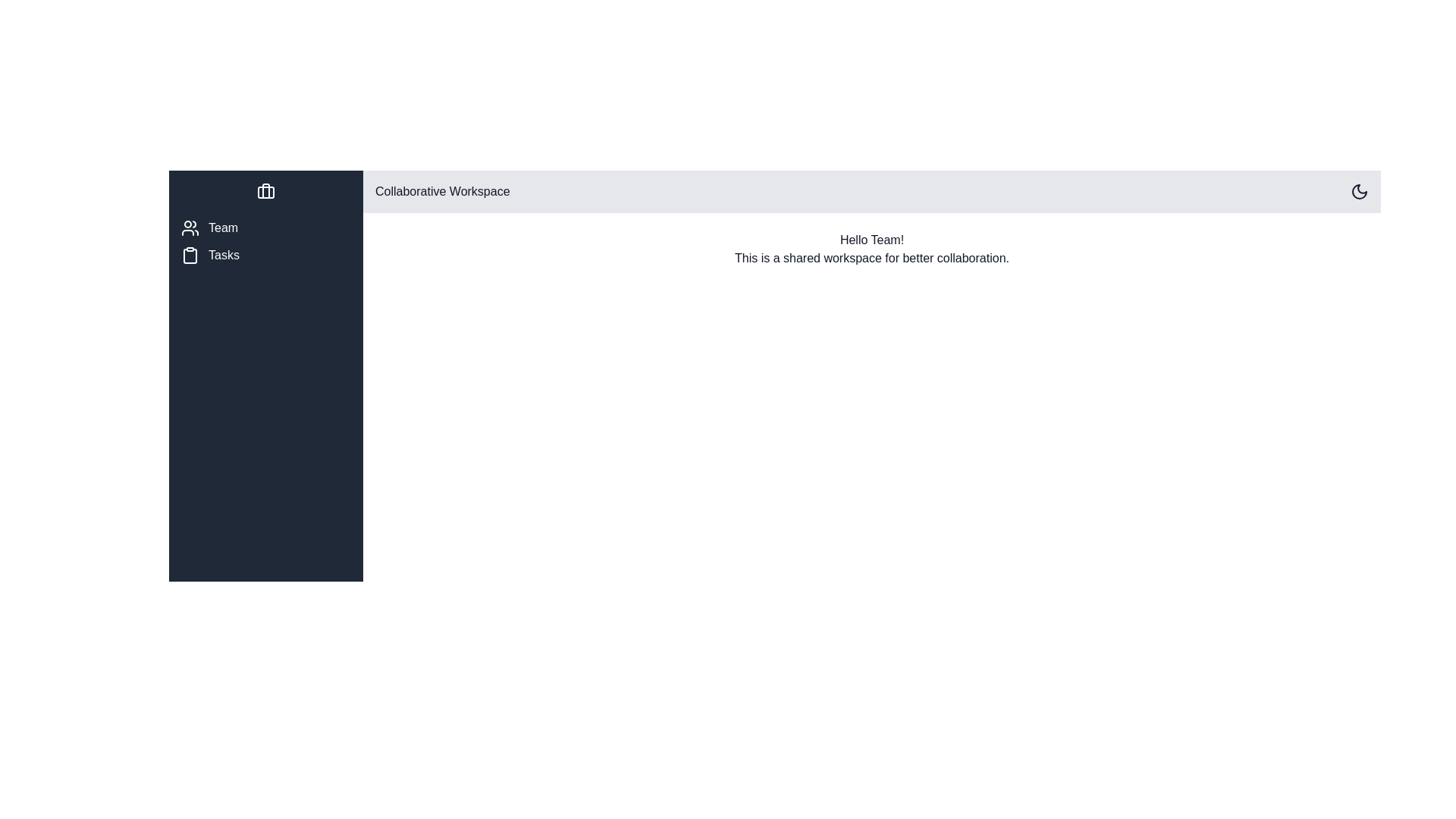 This screenshot has width=1456, height=819. I want to click on the static text that reads 'This is a shared workspace for better collaboration.' which is styled in a standard sans-serif font and is positioned below the 'Hello Team!' heading, so click(872, 257).